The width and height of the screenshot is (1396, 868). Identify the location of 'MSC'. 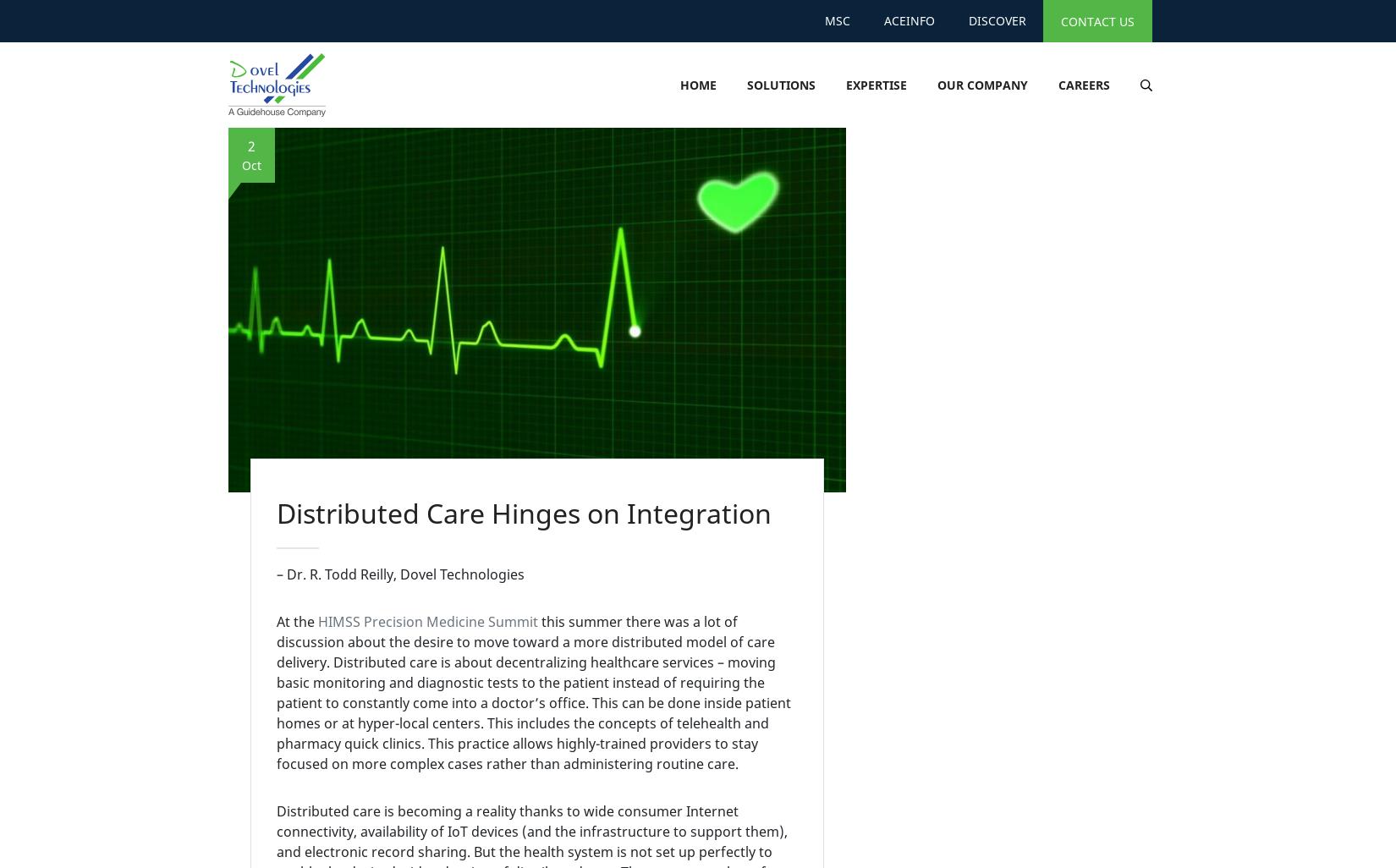
(838, 20).